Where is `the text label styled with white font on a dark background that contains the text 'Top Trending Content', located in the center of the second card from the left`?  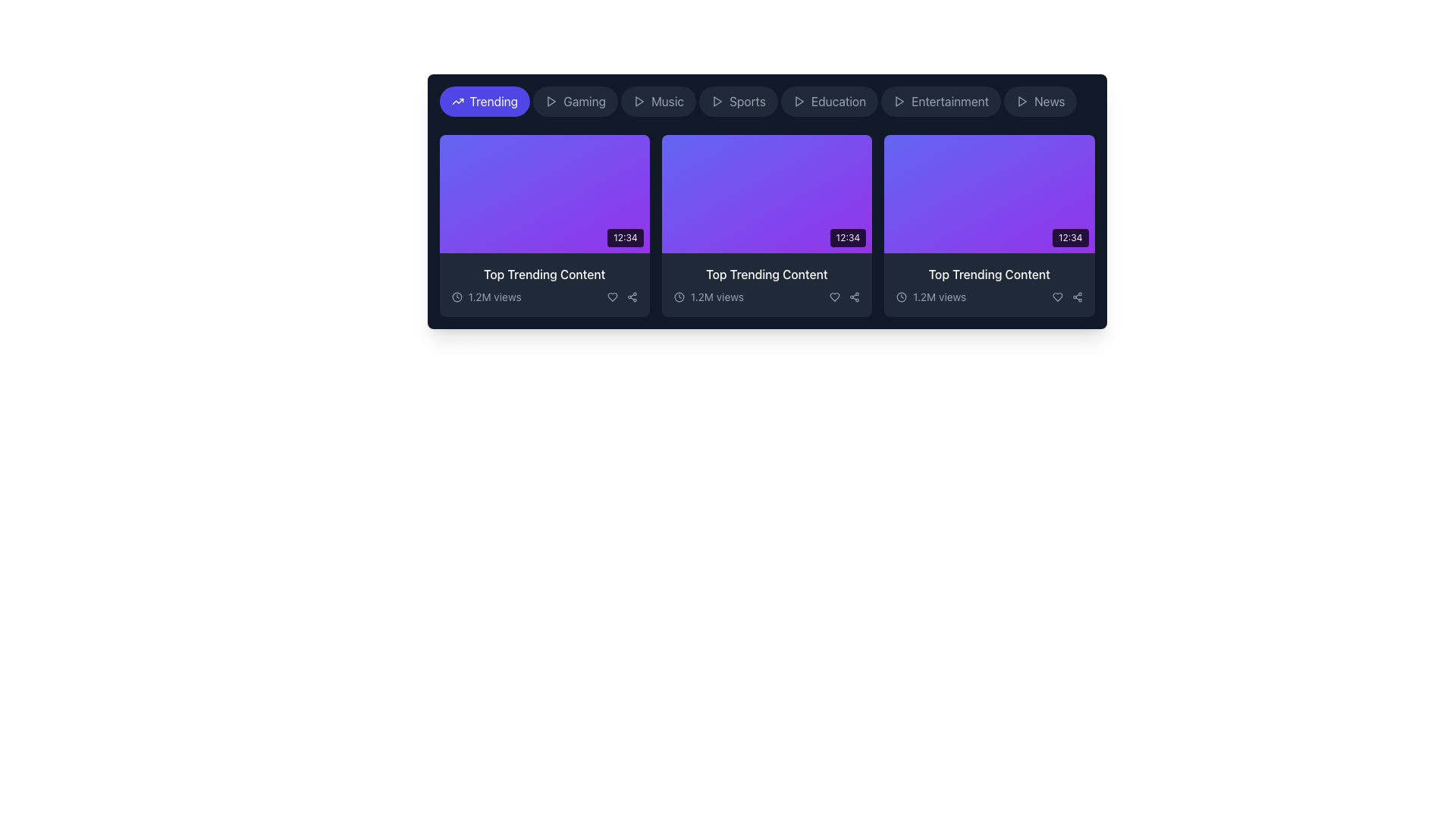 the text label styled with white font on a dark background that contains the text 'Top Trending Content', located in the center of the second card from the left is located at coordinates (767, 275).